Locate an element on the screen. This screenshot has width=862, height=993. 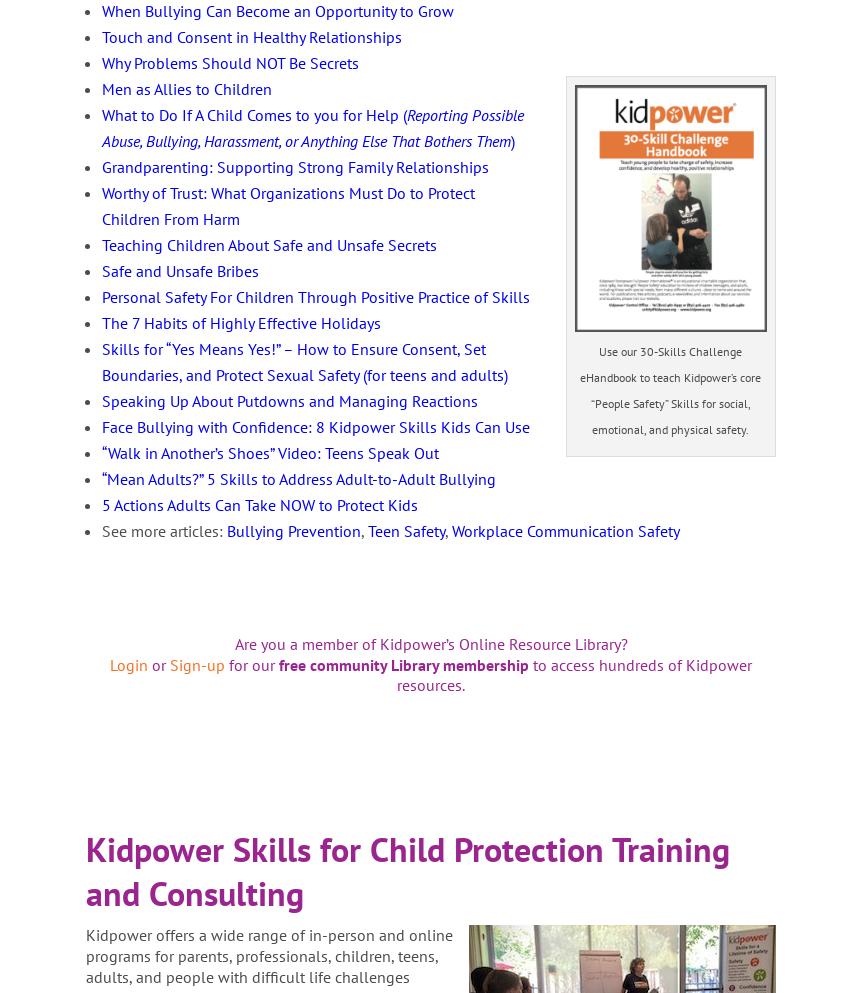
'Bullying Prevention' is located at coordinates (225, 530).